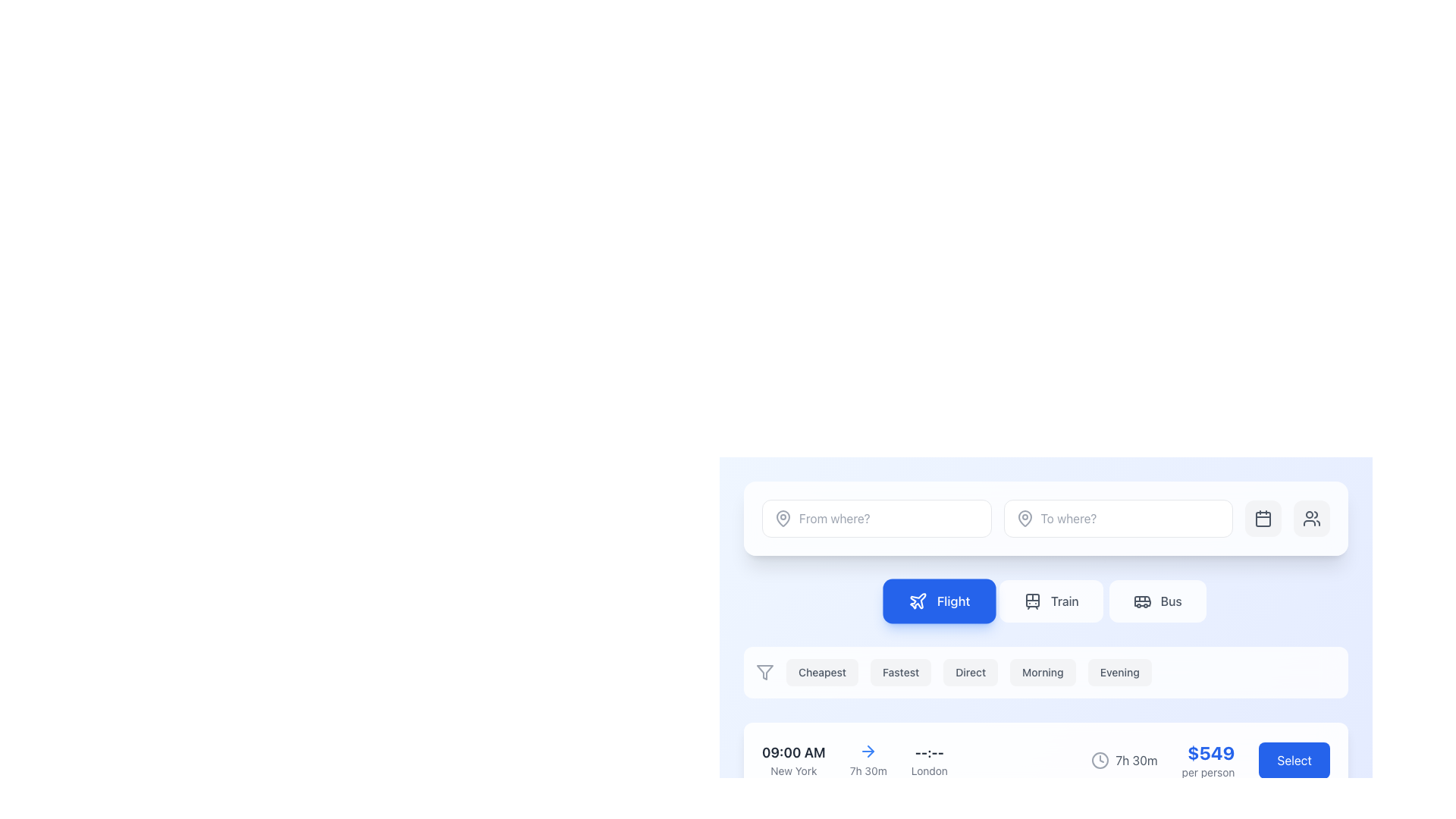  Describe the element at coordinates (1294, 760) in the screenshot. I see `the rectangular button with a blue background and white text reading 'Select' to observe its hover effect` at that location.